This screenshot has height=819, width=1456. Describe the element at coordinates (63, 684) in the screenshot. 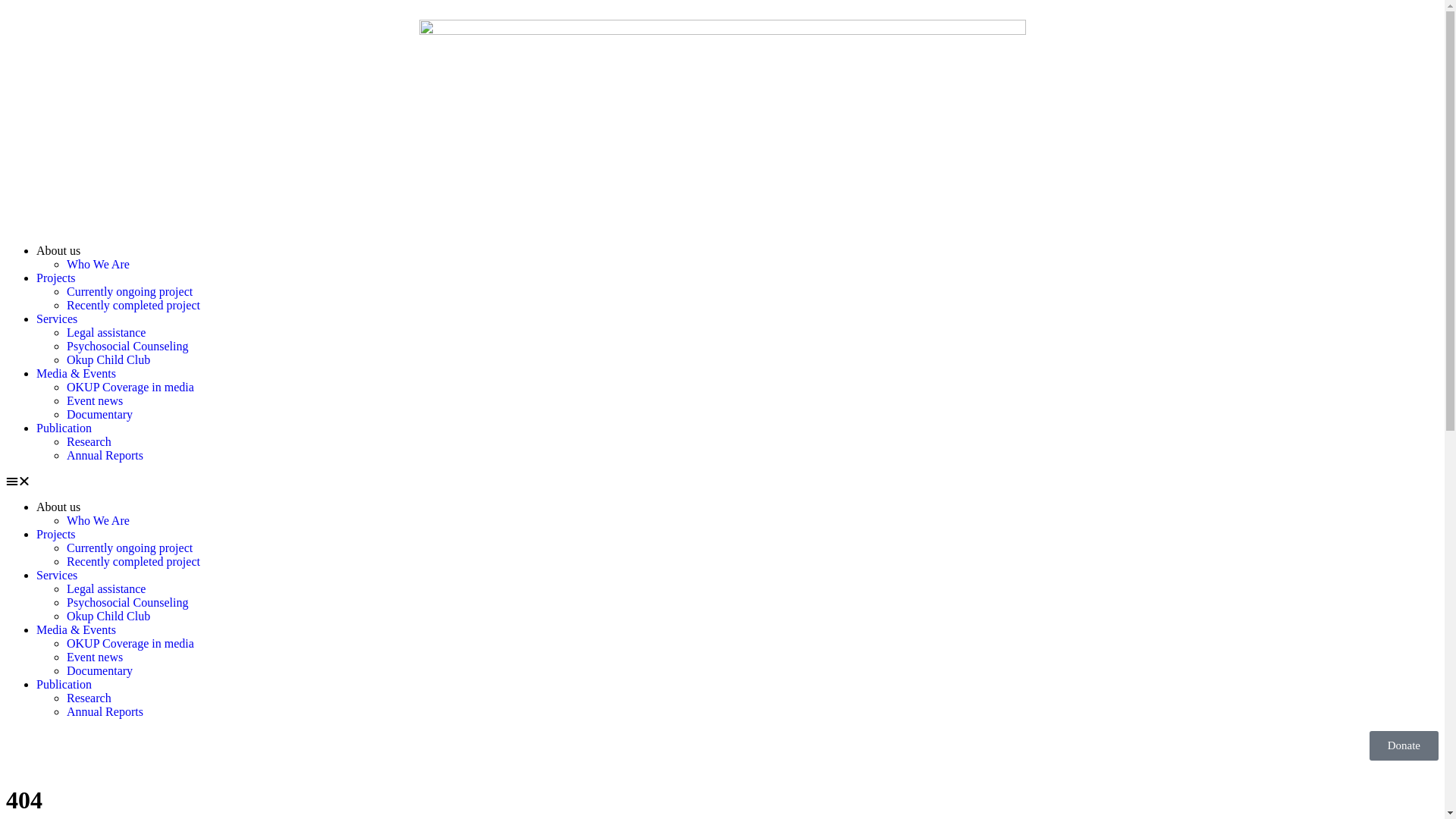

I see `'Publication'` at that location.